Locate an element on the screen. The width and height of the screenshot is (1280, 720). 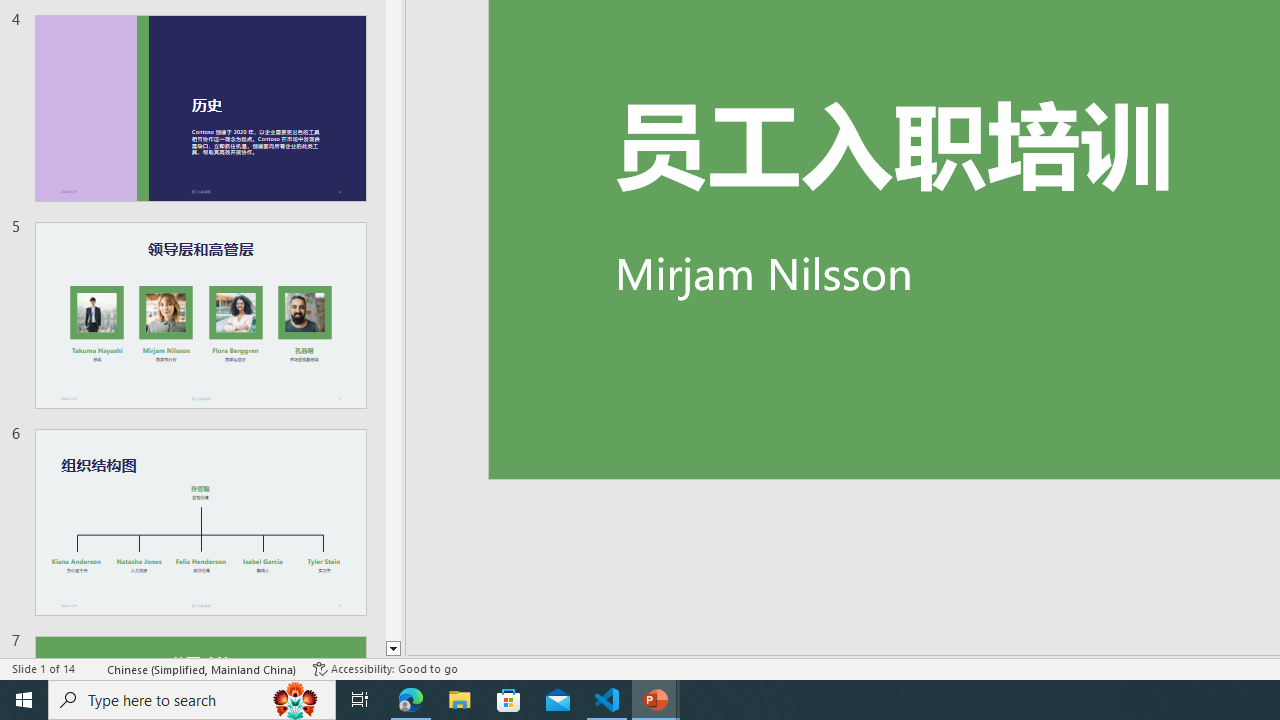
'Accessibility Checker Accessibility: Good to go' is located at coordinates (385, 669).